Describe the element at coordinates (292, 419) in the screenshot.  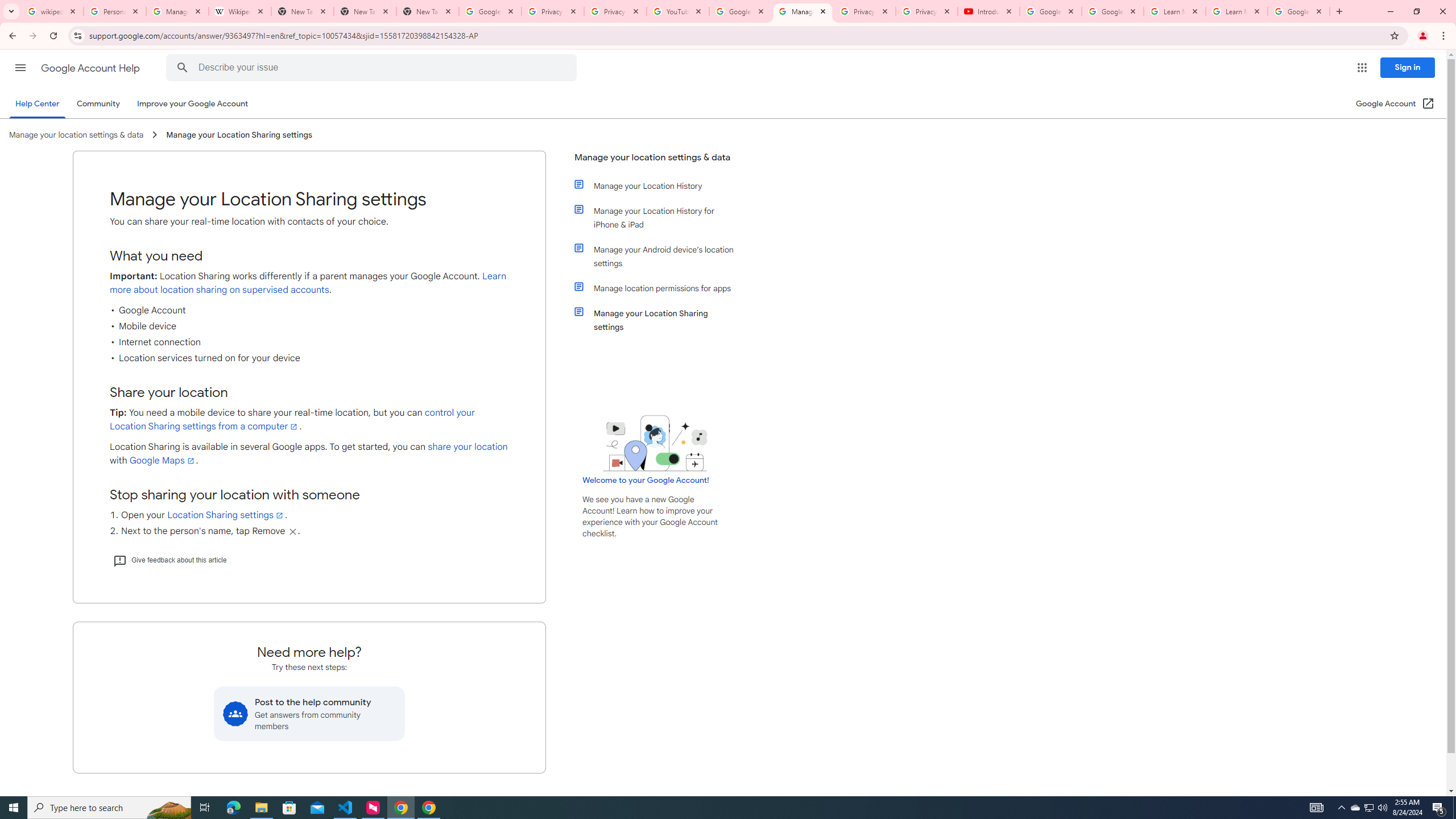
I see `'control your Location Sharing settings from a computer'` at that location.